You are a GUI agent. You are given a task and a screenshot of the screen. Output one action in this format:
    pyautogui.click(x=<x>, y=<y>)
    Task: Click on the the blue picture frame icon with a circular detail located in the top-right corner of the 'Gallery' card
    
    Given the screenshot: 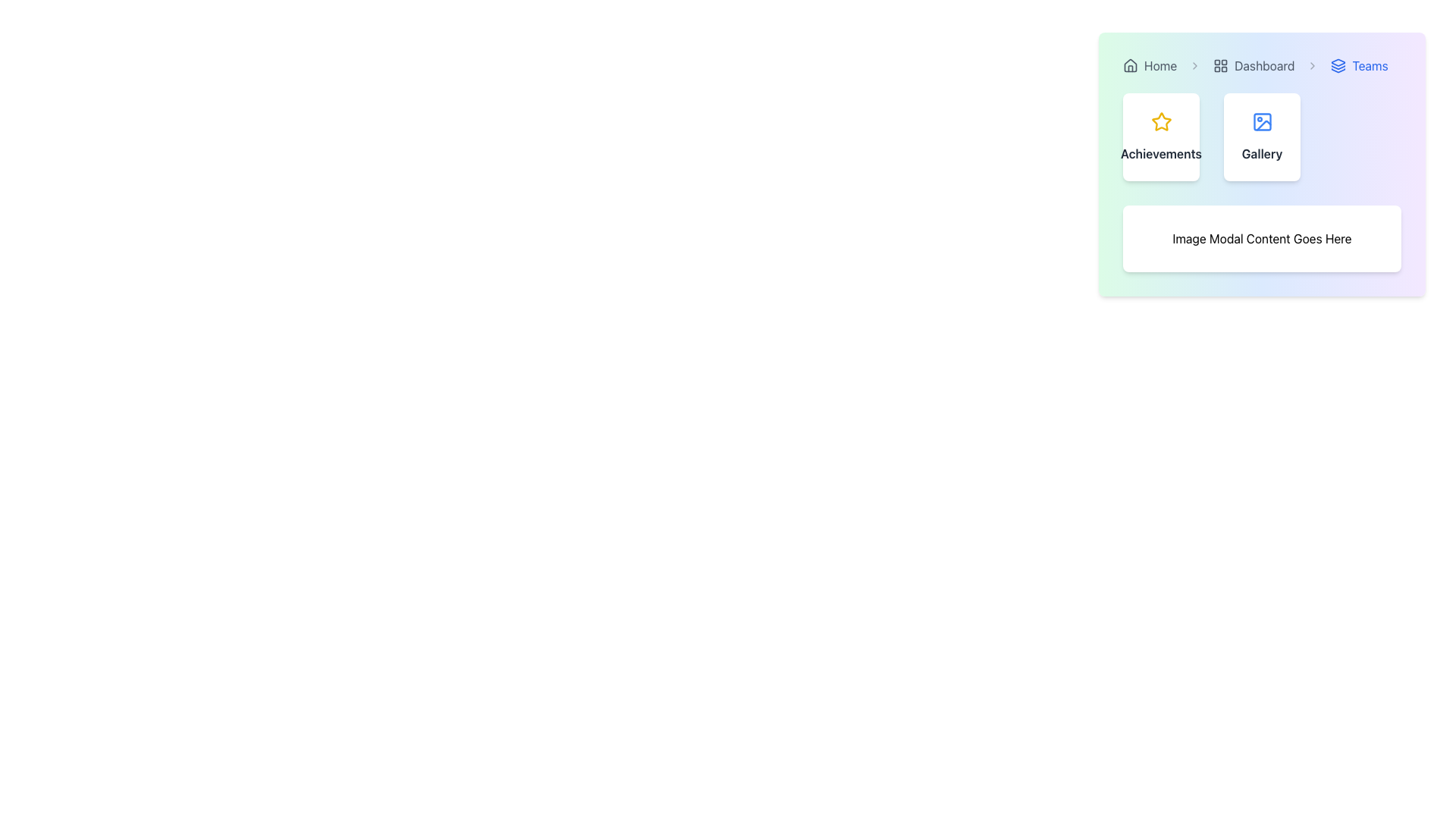 What is the action you would take?
    pyautogui.click(x=1262, y=121)
    